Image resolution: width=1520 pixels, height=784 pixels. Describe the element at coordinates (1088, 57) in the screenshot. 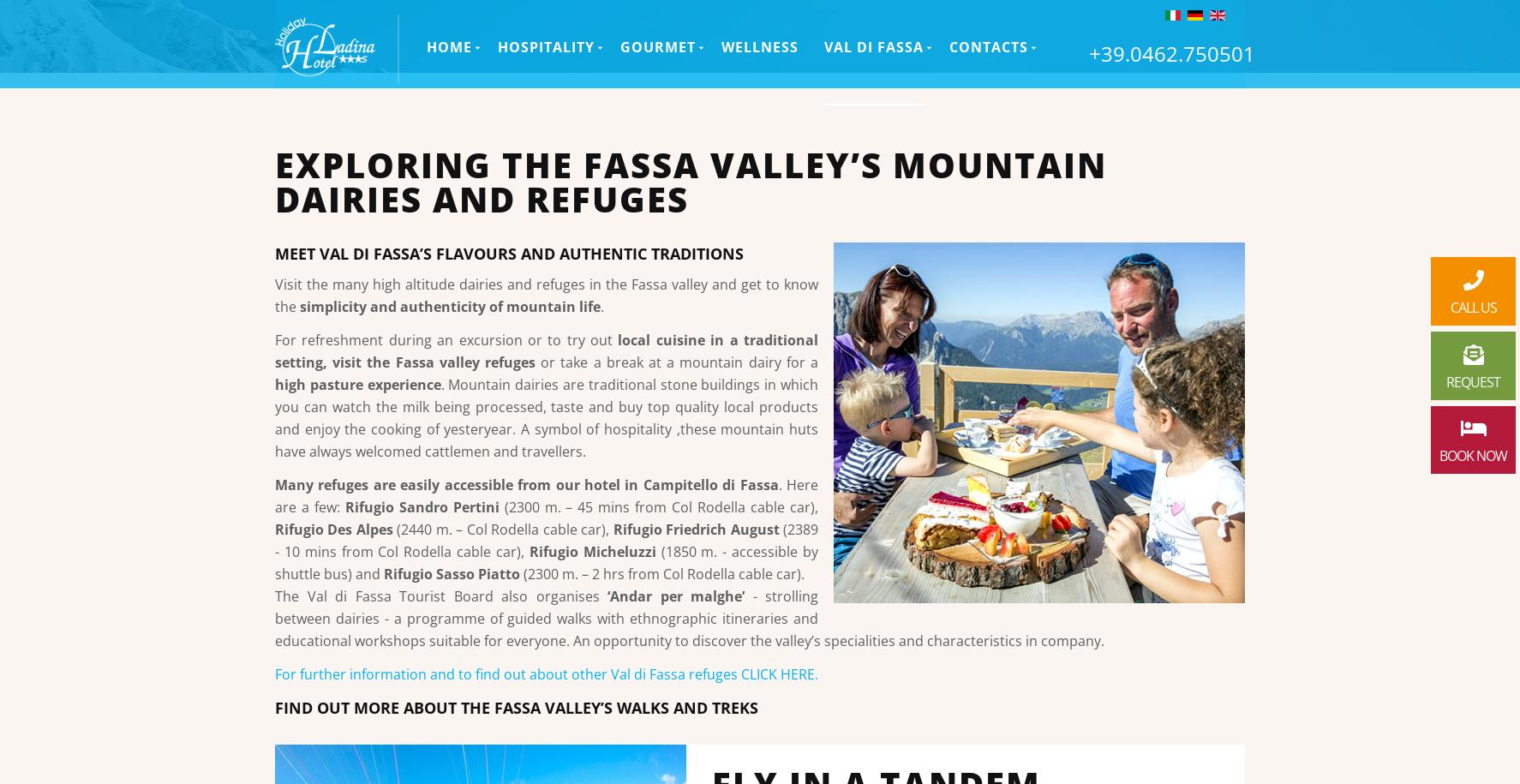

I see `'+39.0462.750501'` at that location.